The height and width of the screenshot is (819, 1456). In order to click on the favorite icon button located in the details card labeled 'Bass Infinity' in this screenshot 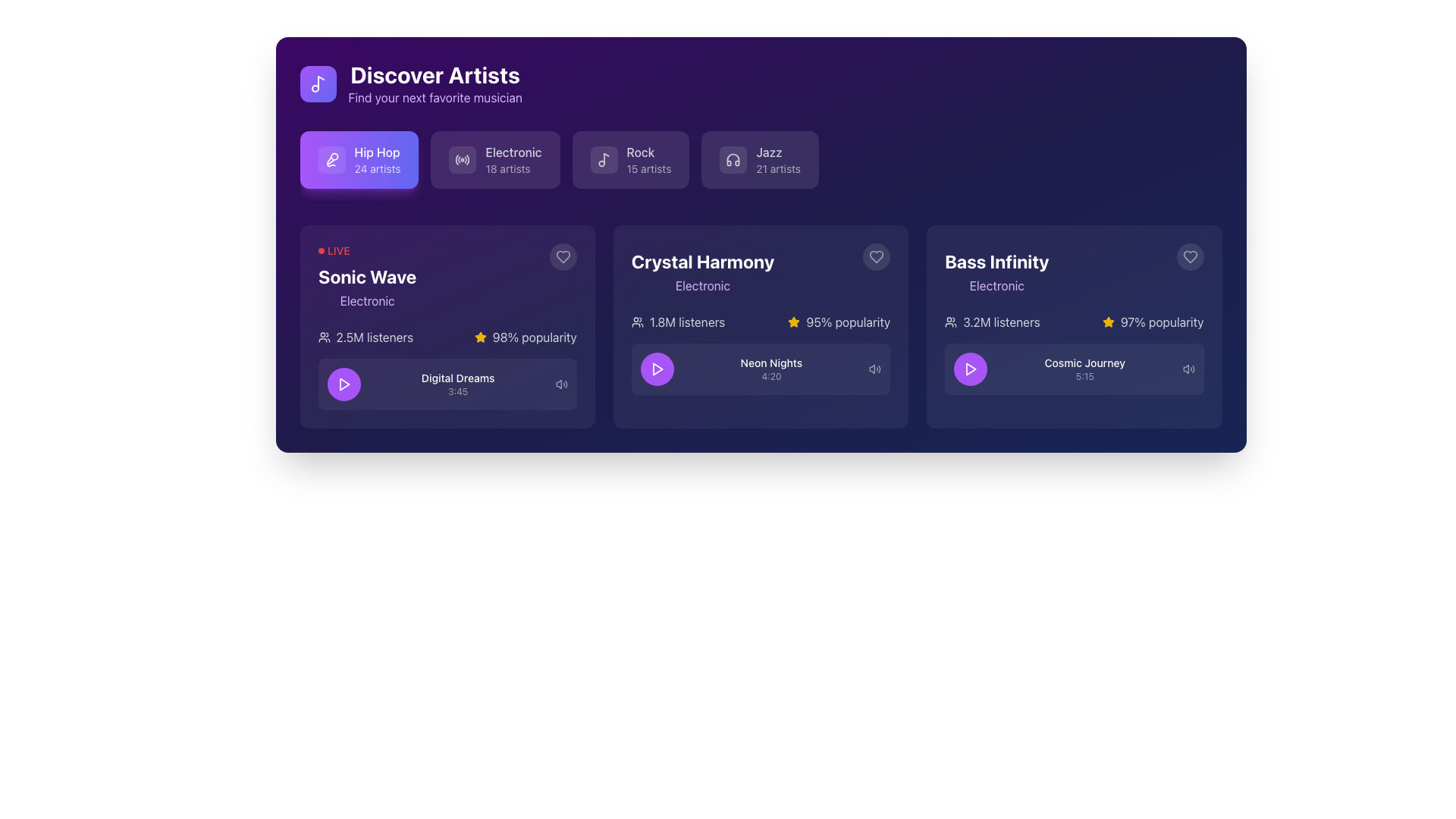, I will do `click(1189, 256)`.